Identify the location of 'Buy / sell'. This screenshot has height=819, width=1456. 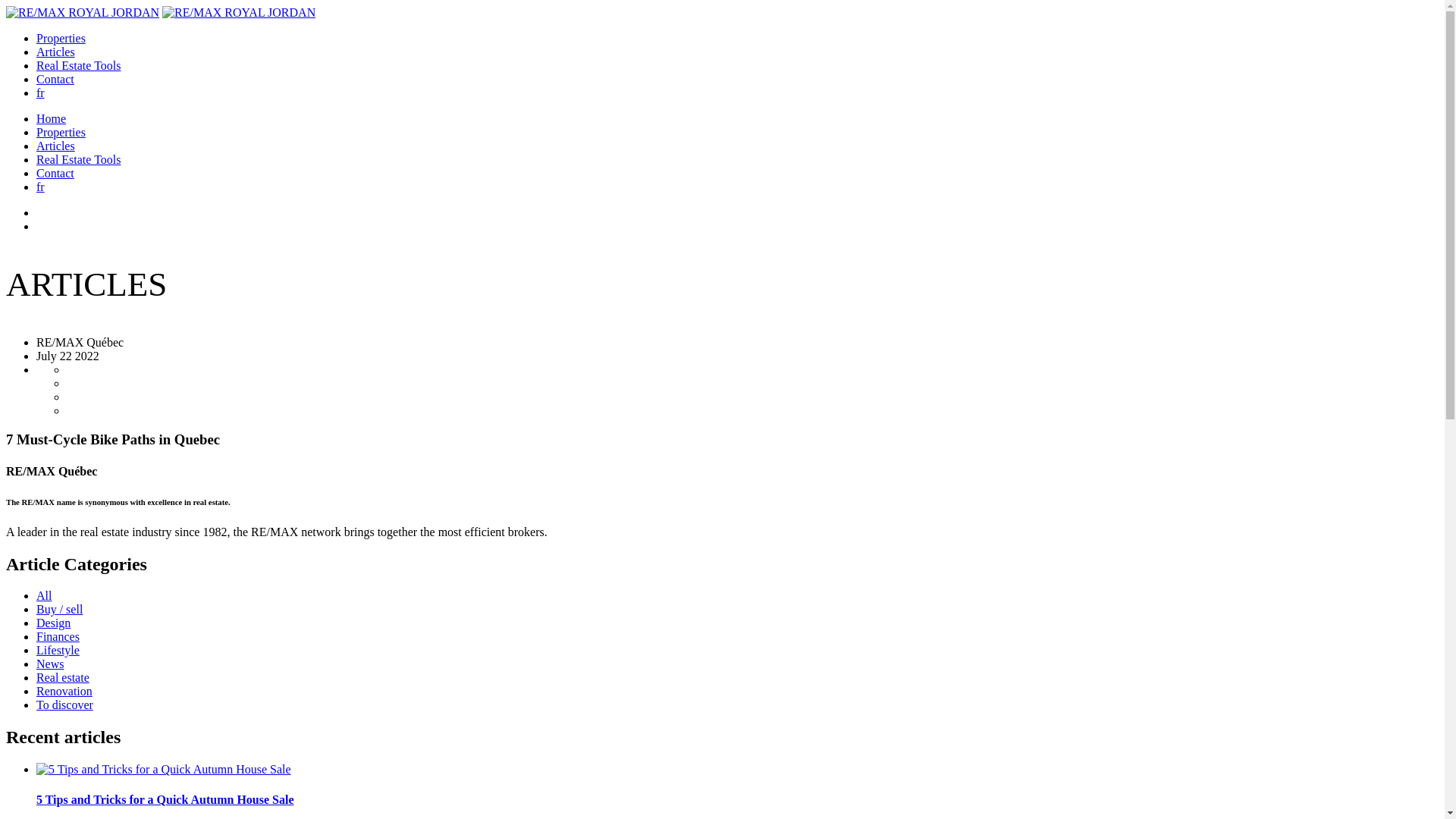
(59, 608).